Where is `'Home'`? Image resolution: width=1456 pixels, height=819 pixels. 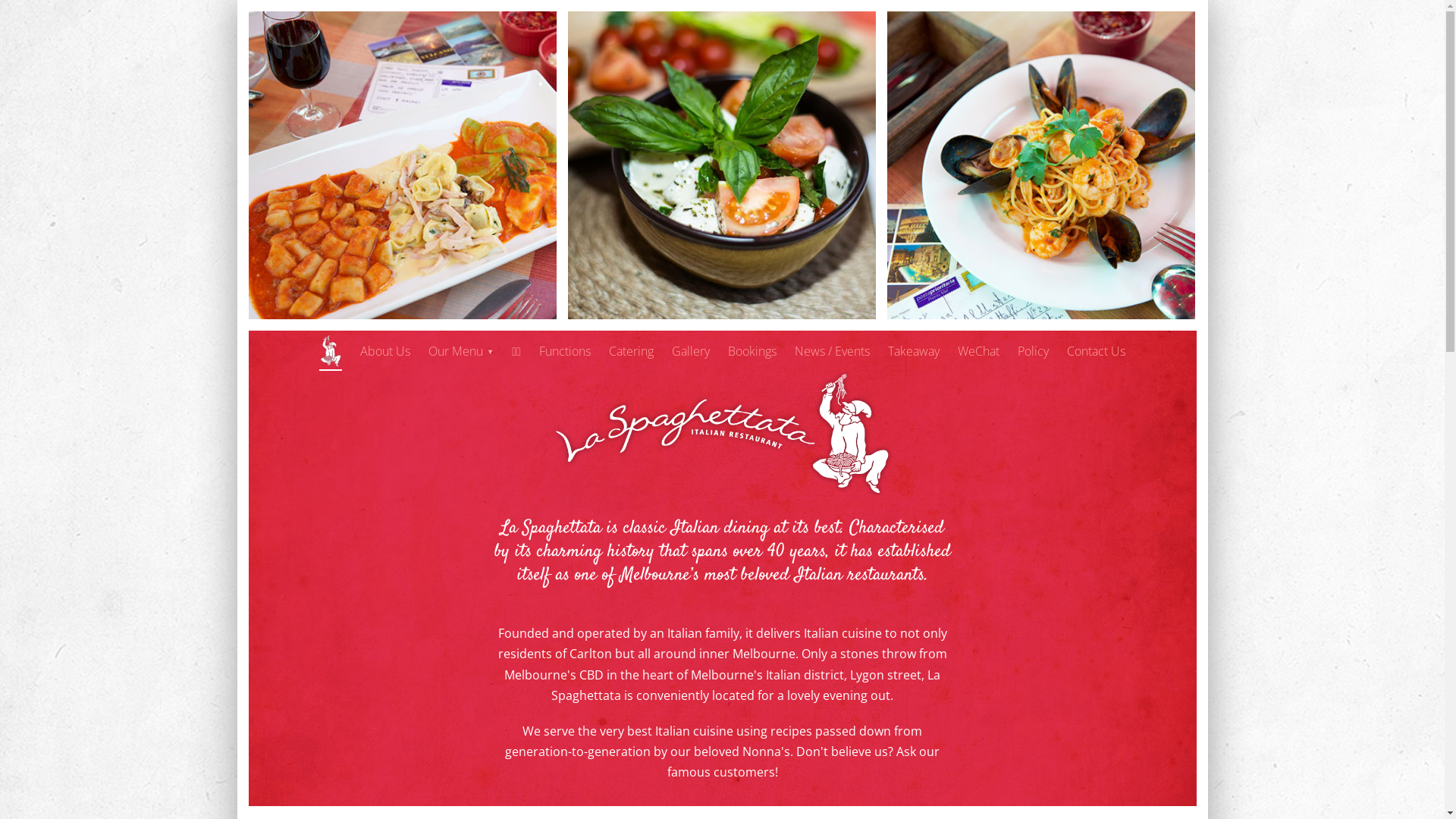 'Home' is located at coordinates (330, 350).